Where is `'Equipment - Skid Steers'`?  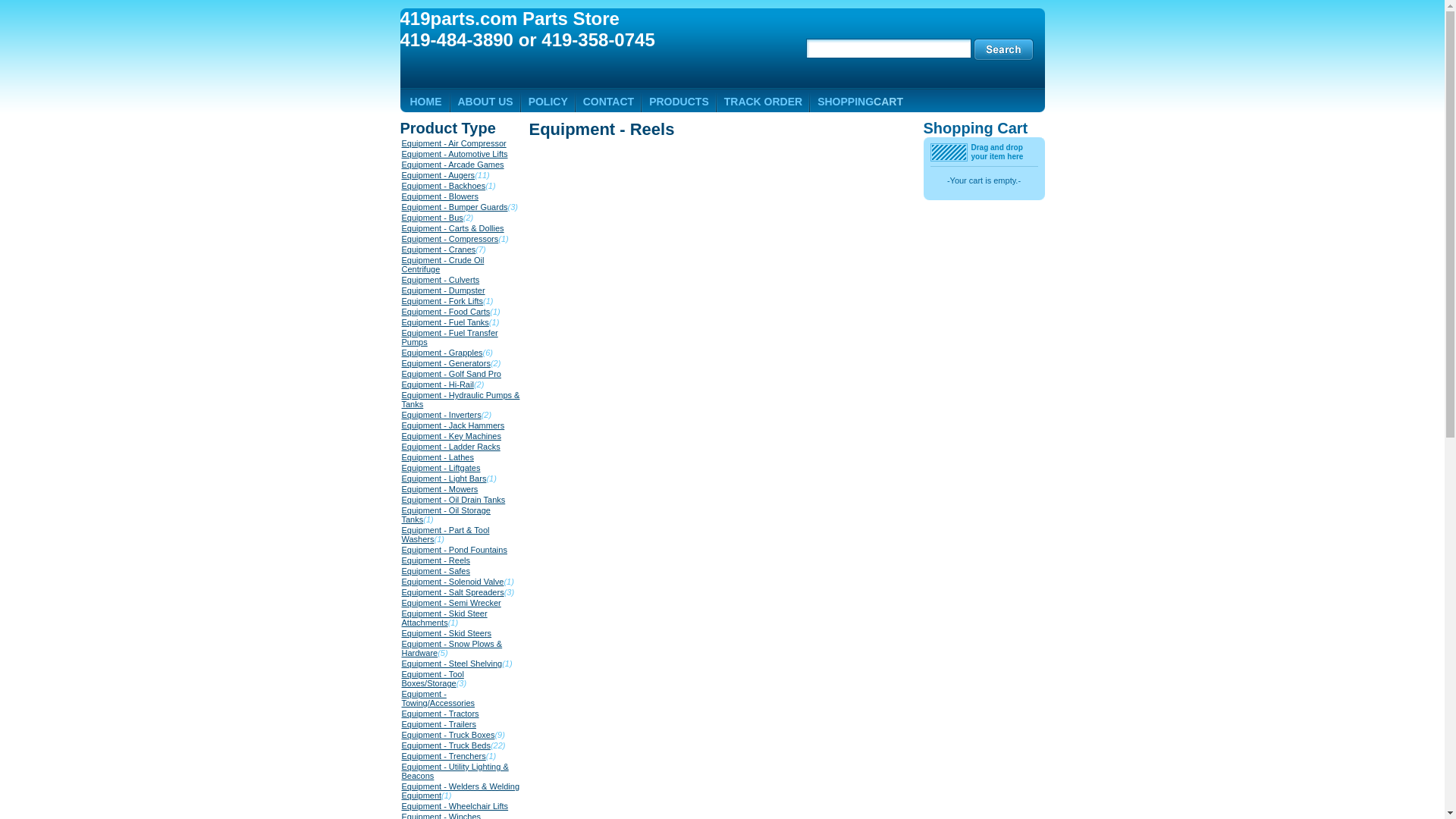 'Equipment - Skid Steers' is located at coordinates (401, 632).